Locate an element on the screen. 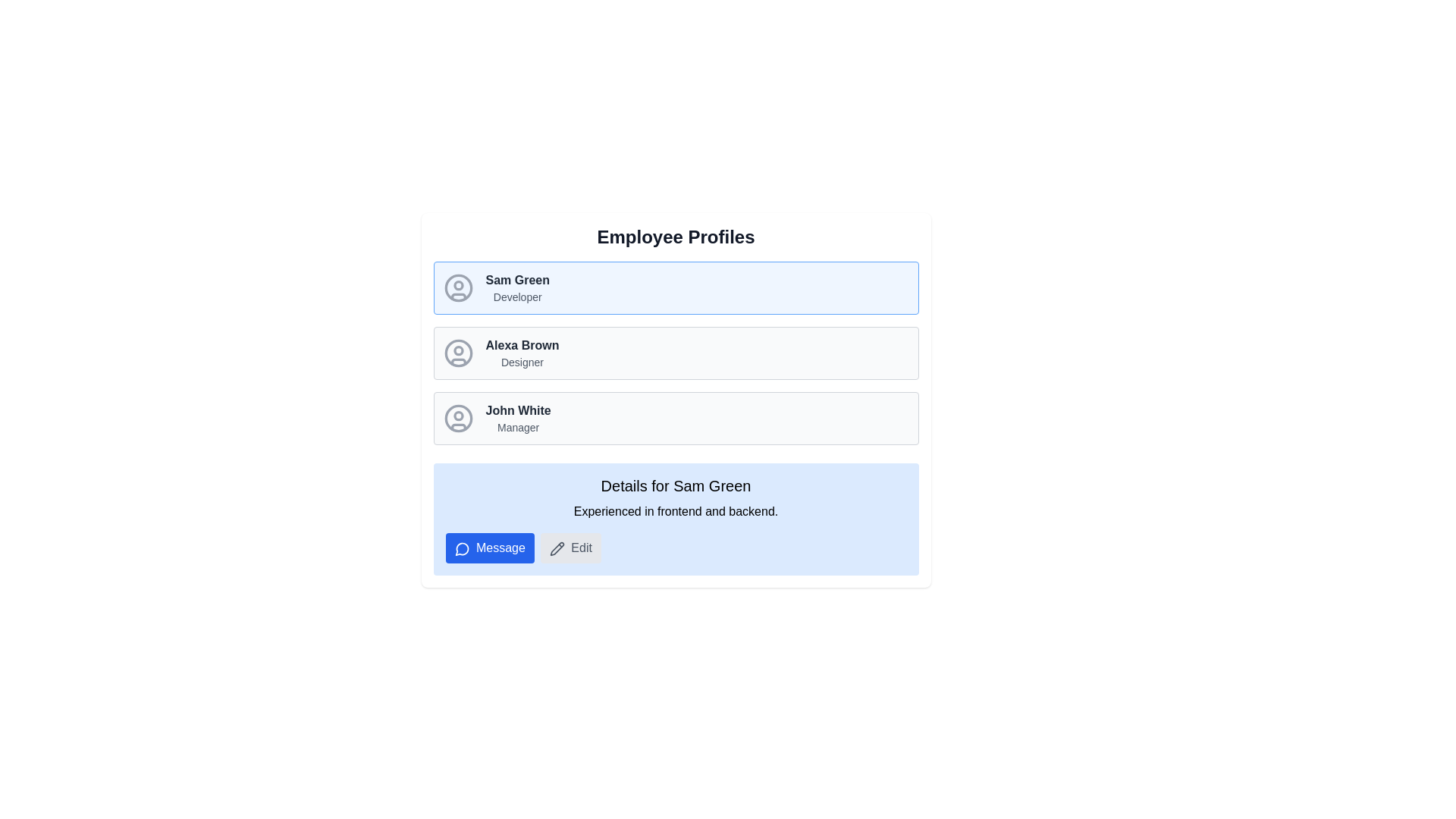 The height and width of the screenshot is (819, 1456). the user profile icon representing 'Sam Green, Developer', which is a minimalistic gray circular outline with a head and shoulders design, located in the profile block at the top of the employee list is located at coordinates (457, 288).